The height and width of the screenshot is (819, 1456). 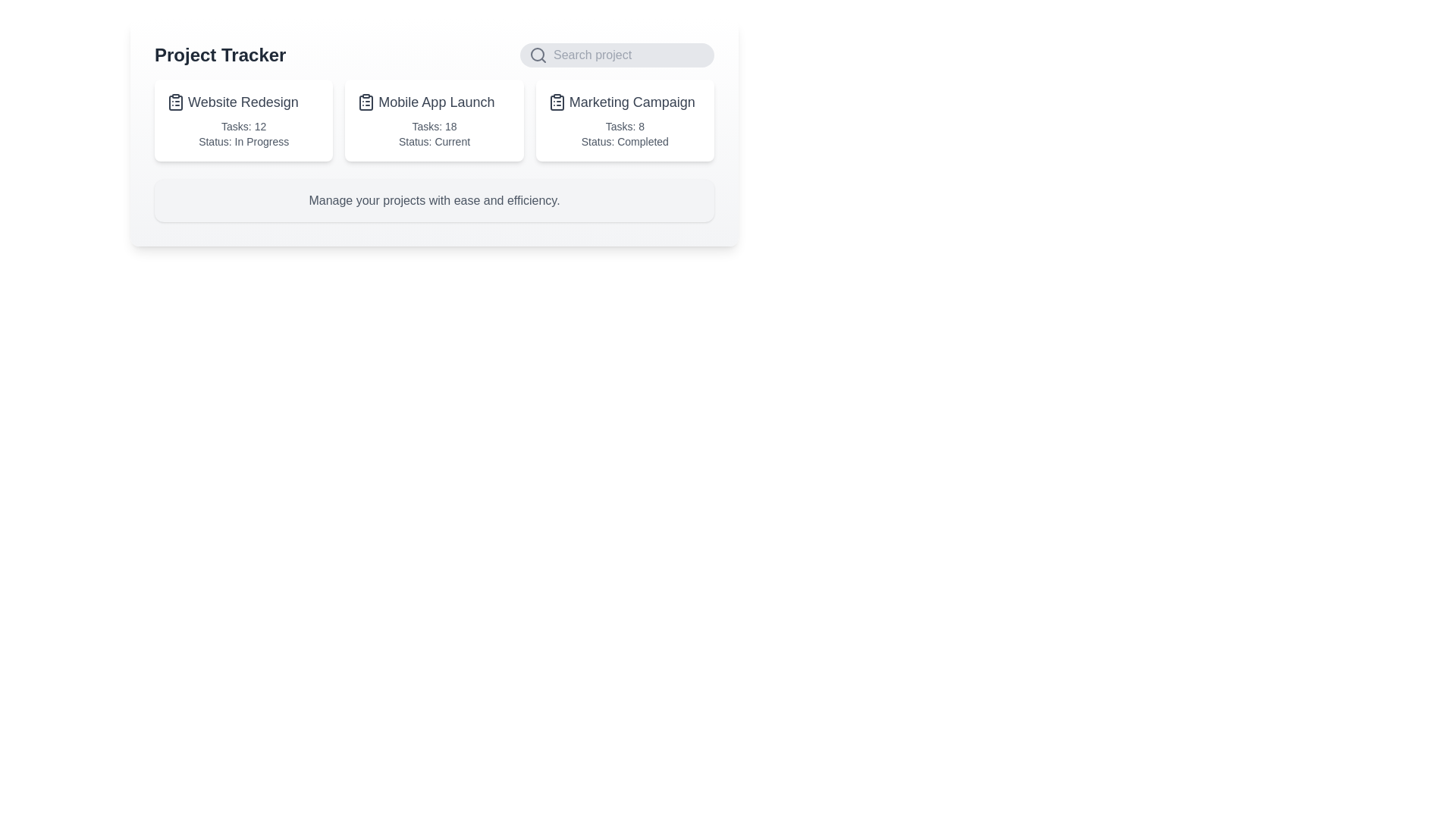 What do you see at coordinates (625, 102) in the screenshot?
I see `text label that identifies the campaign or project located at the upper section of the 'Marketing Campaign' card, which is the third card in a set of horizontally aligned project cards` at bounding box center [625, 102].